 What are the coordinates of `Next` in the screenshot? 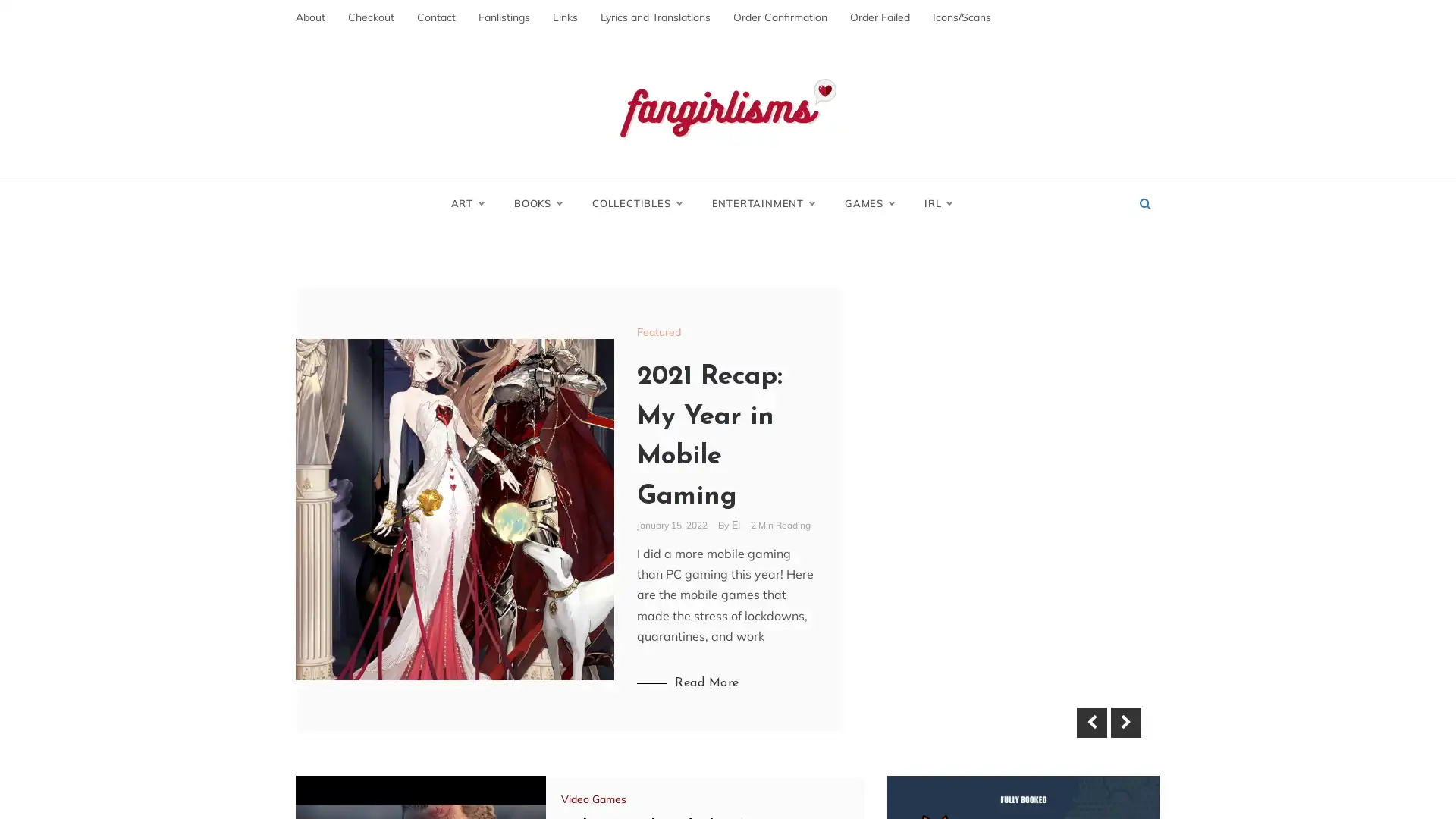 It's located at (1125, 601).